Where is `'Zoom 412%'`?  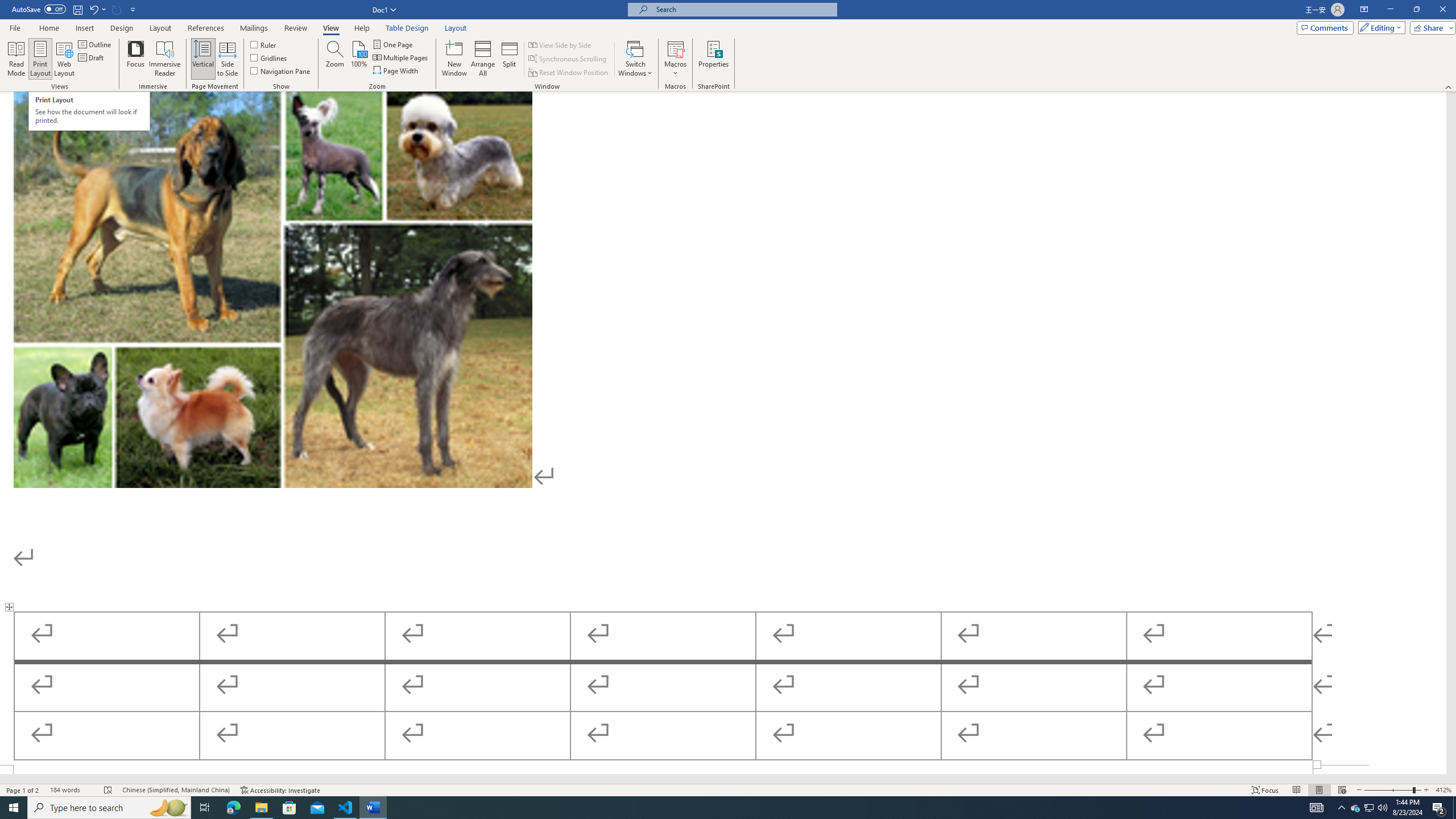 'Zoom 412%' is located at coordinates (1443, 790).